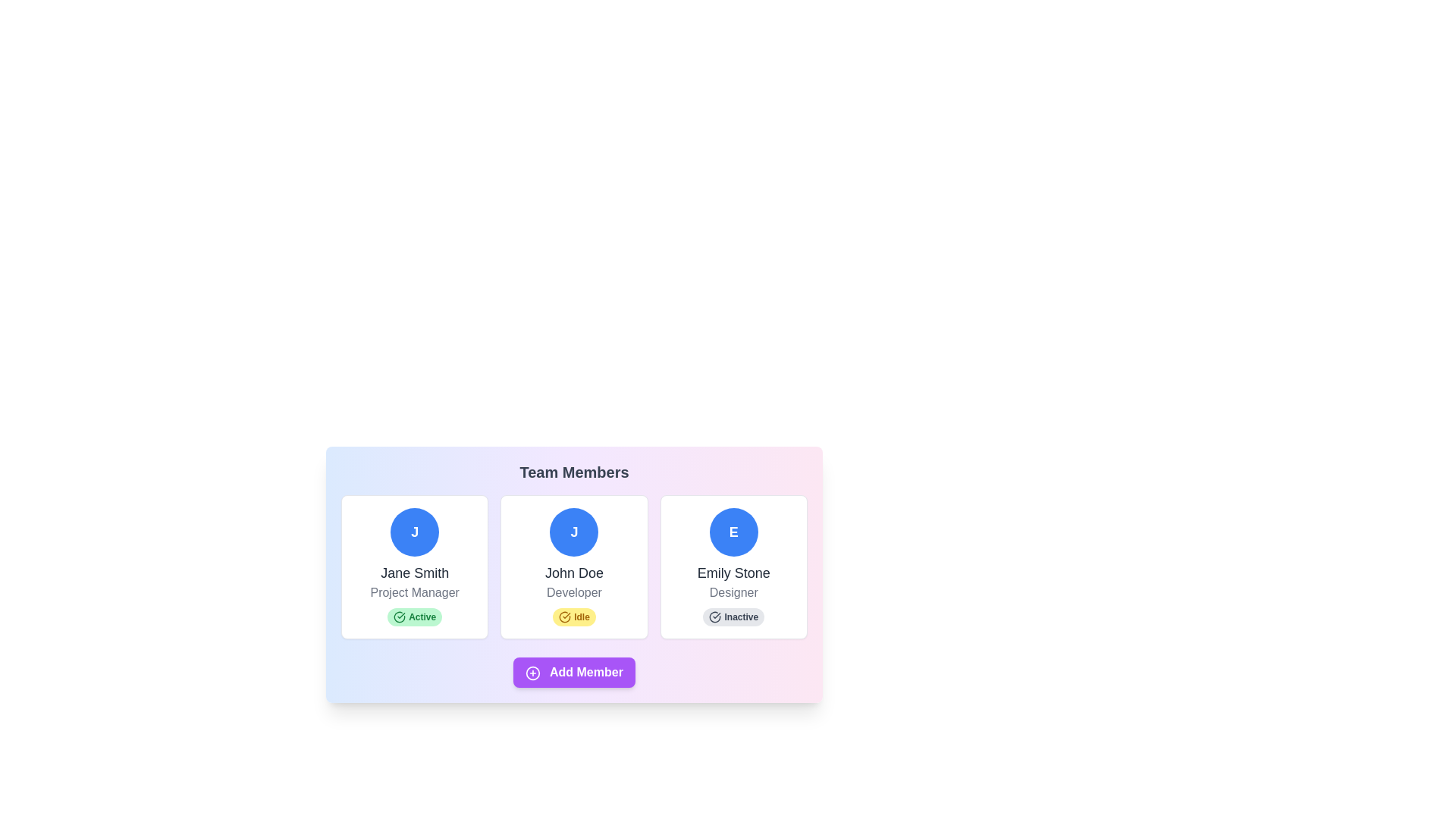  What do you see at coordinates (573, 672) in the screenshot?
I see `the 'Add Member' button, which is a rectangular button with a purple background and white text, located at the bottom center of the 'Team Members' panel` at bounding box center [573, 672].